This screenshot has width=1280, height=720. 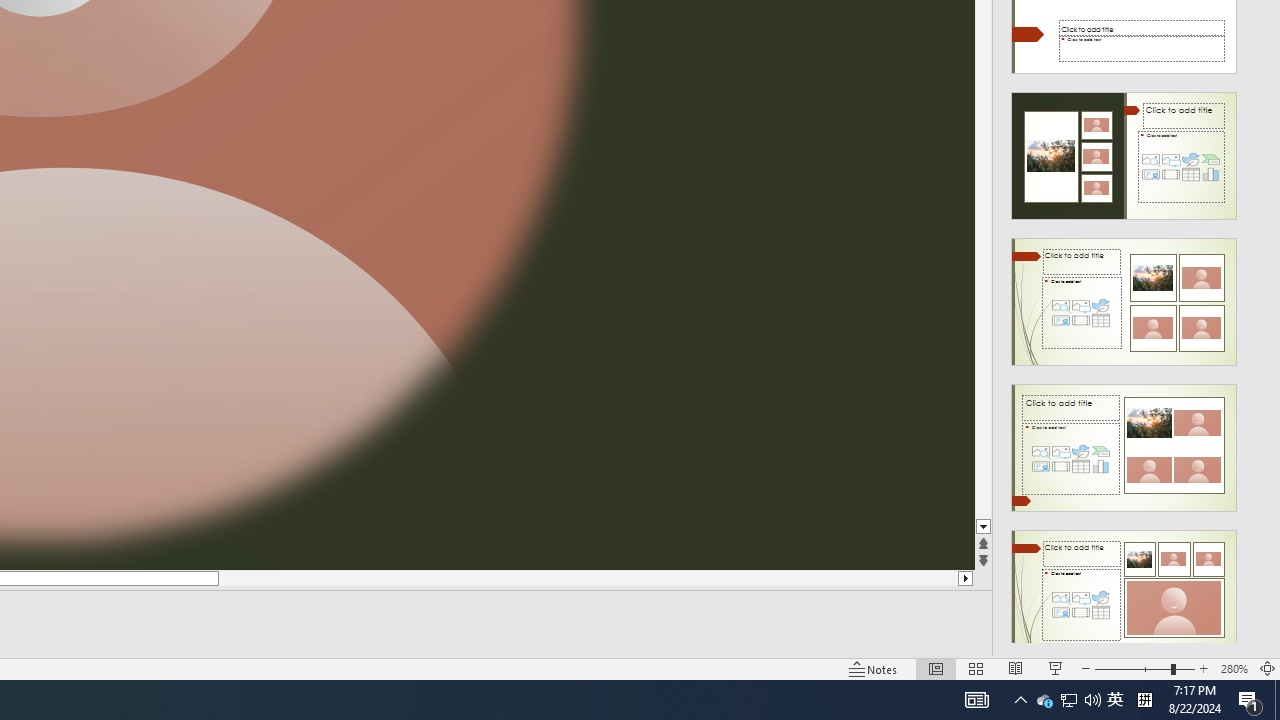 I want to click on 'Design Idea', so click(x=1124, y=586).